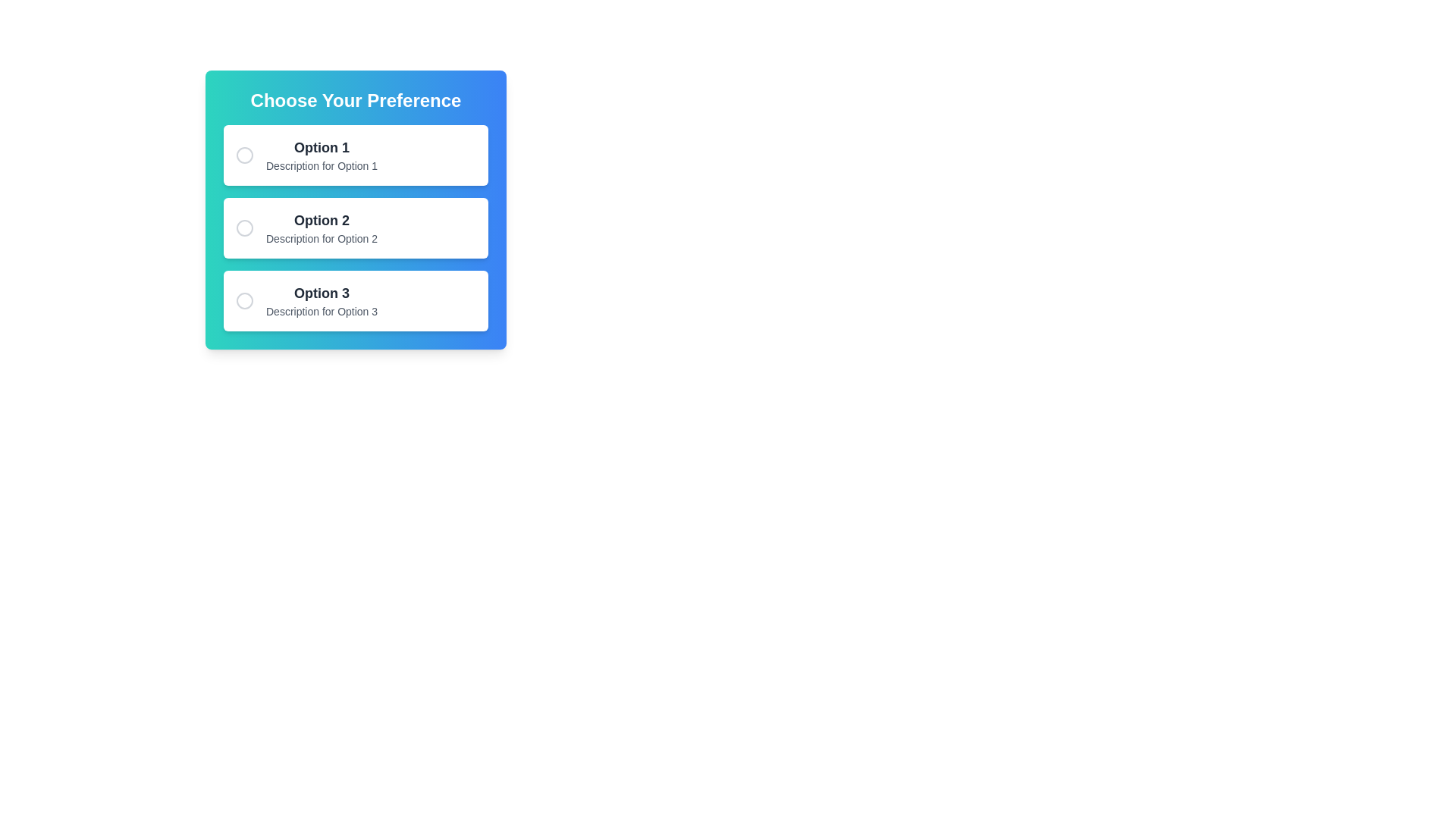 This screenshot has height=819, width=1456. What do you see at coordinates (321, 311) in the screenshot?
I see `the text label that displays 'Description for Option 3', which is styled in a smaller gray font and located below the bold heading 'Option 3' within the third option's card segment` at bounding box center [321, 311].